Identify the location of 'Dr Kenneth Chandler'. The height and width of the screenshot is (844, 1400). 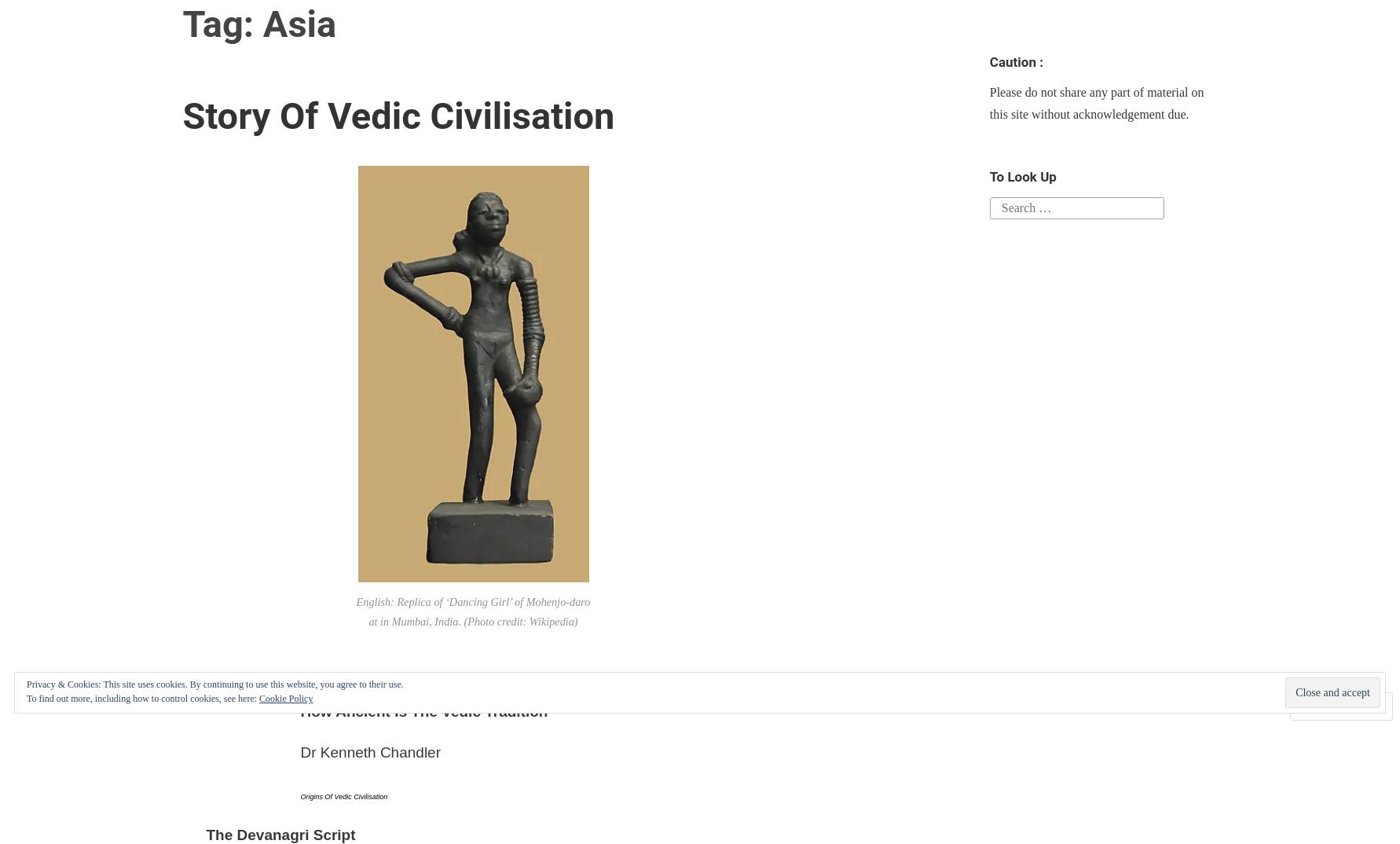
(369, 752).